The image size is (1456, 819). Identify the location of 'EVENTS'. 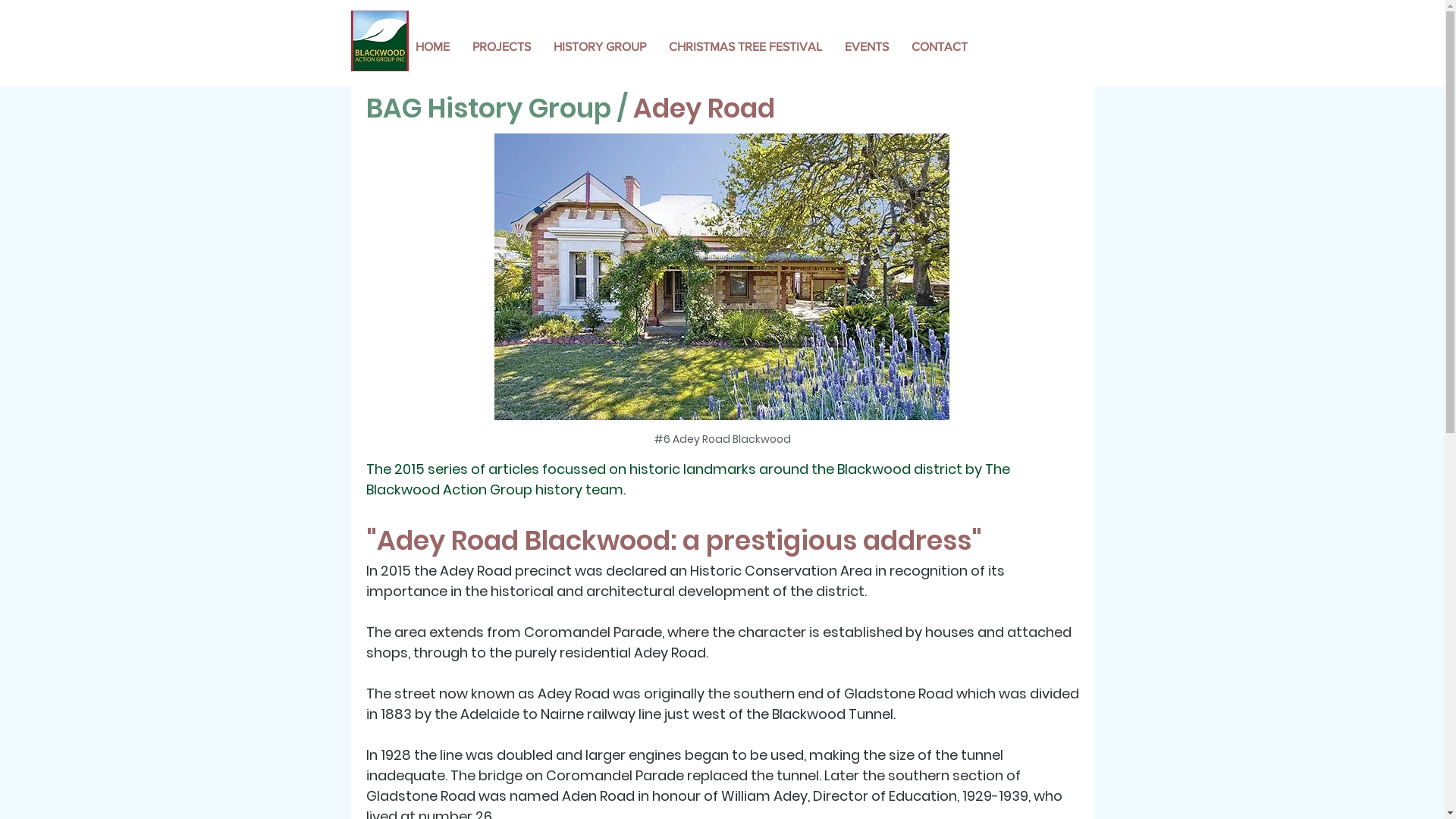
(832, 45).